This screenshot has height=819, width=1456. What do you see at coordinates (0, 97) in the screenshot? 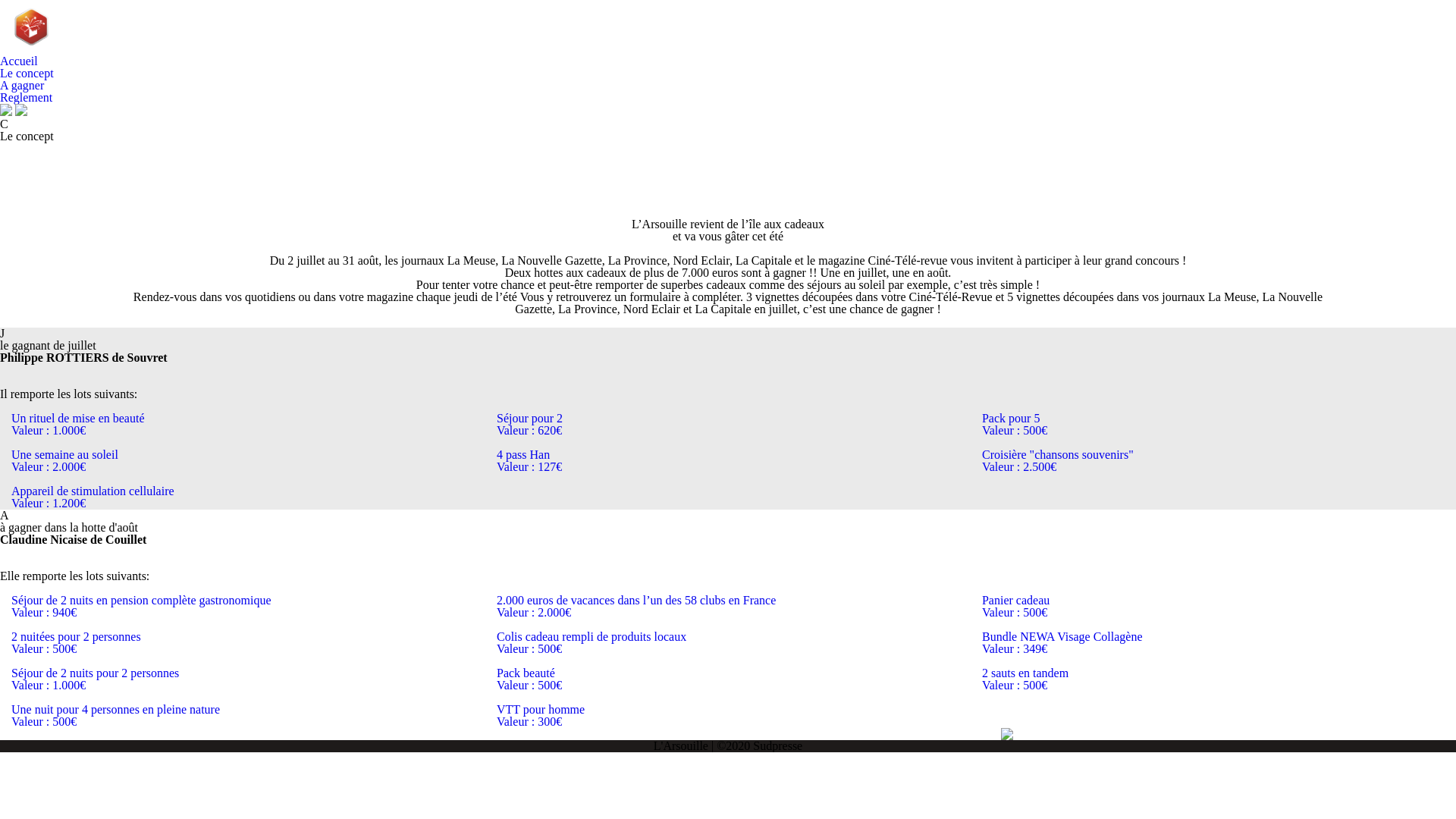
I see `'Reglement'` at bounding box center [0, 97].